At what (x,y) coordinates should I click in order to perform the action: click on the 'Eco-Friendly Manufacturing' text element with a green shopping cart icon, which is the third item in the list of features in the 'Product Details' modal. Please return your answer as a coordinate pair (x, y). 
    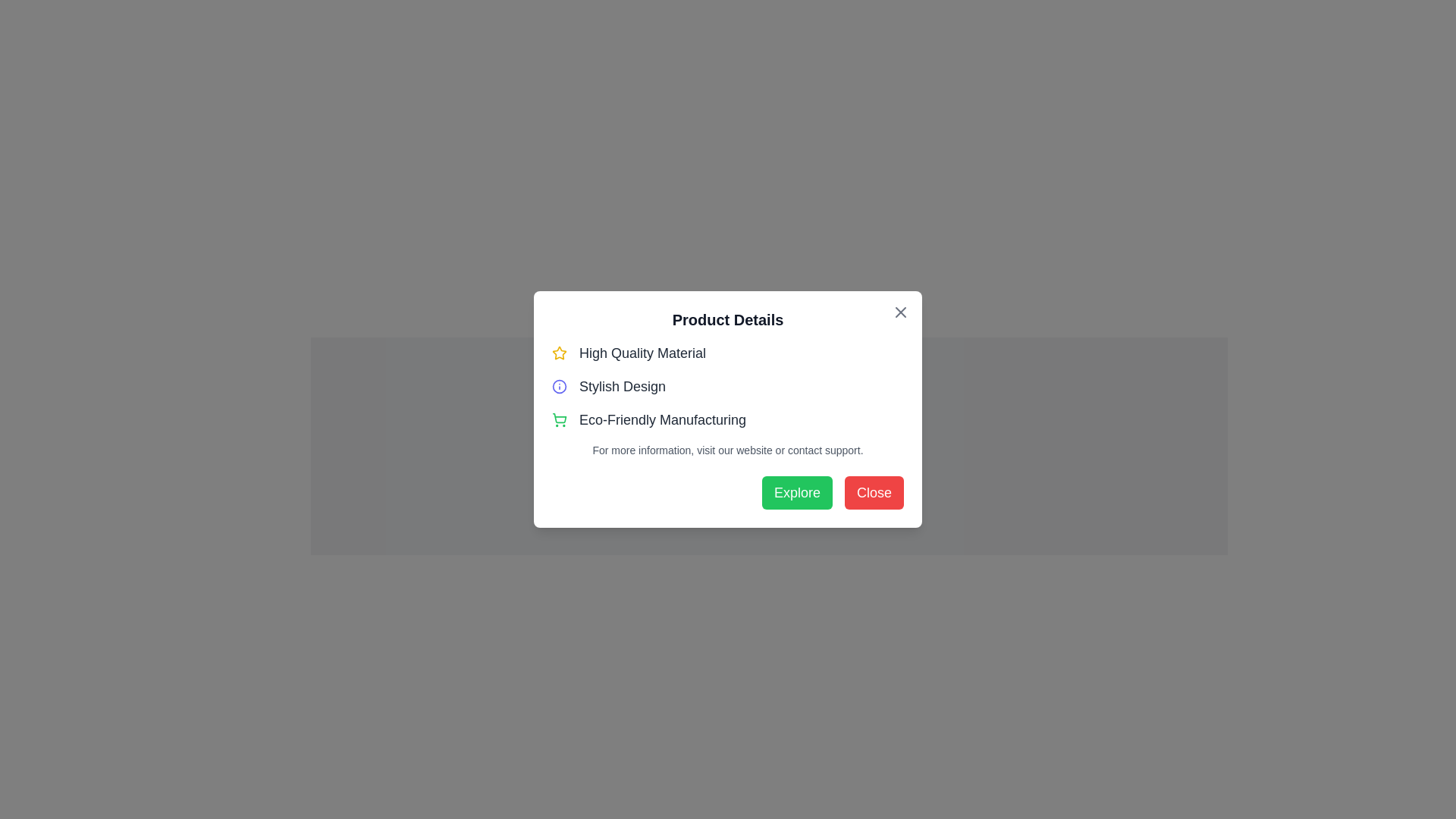
    Looking at the image, I should click on (728, 420).